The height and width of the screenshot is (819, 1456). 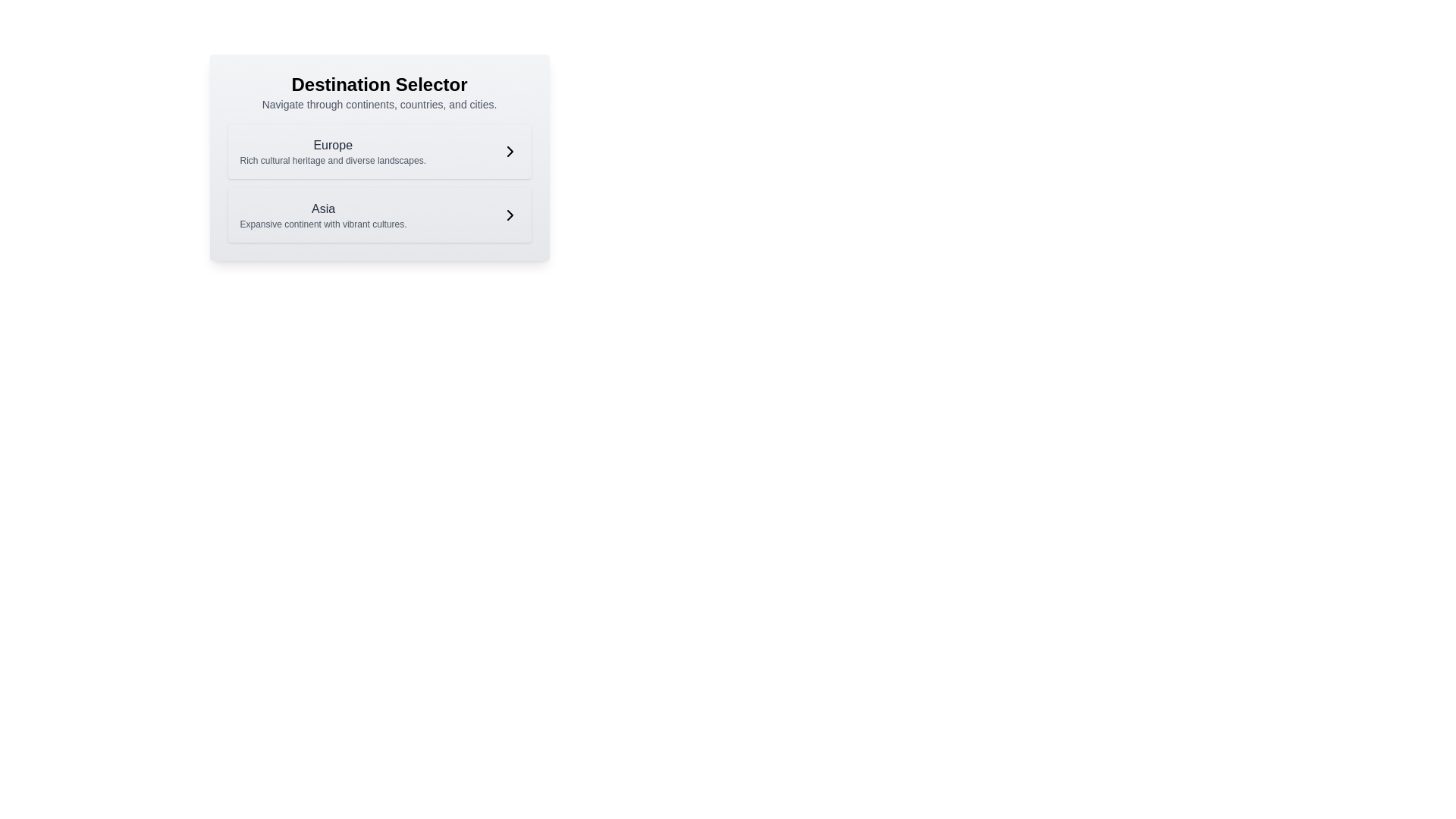 What do you see at coordinates (510, 215) in the screenshot?
I see `the right-pointing chevron icon within the light gray rectangular area` at bounding box center [510, 215].